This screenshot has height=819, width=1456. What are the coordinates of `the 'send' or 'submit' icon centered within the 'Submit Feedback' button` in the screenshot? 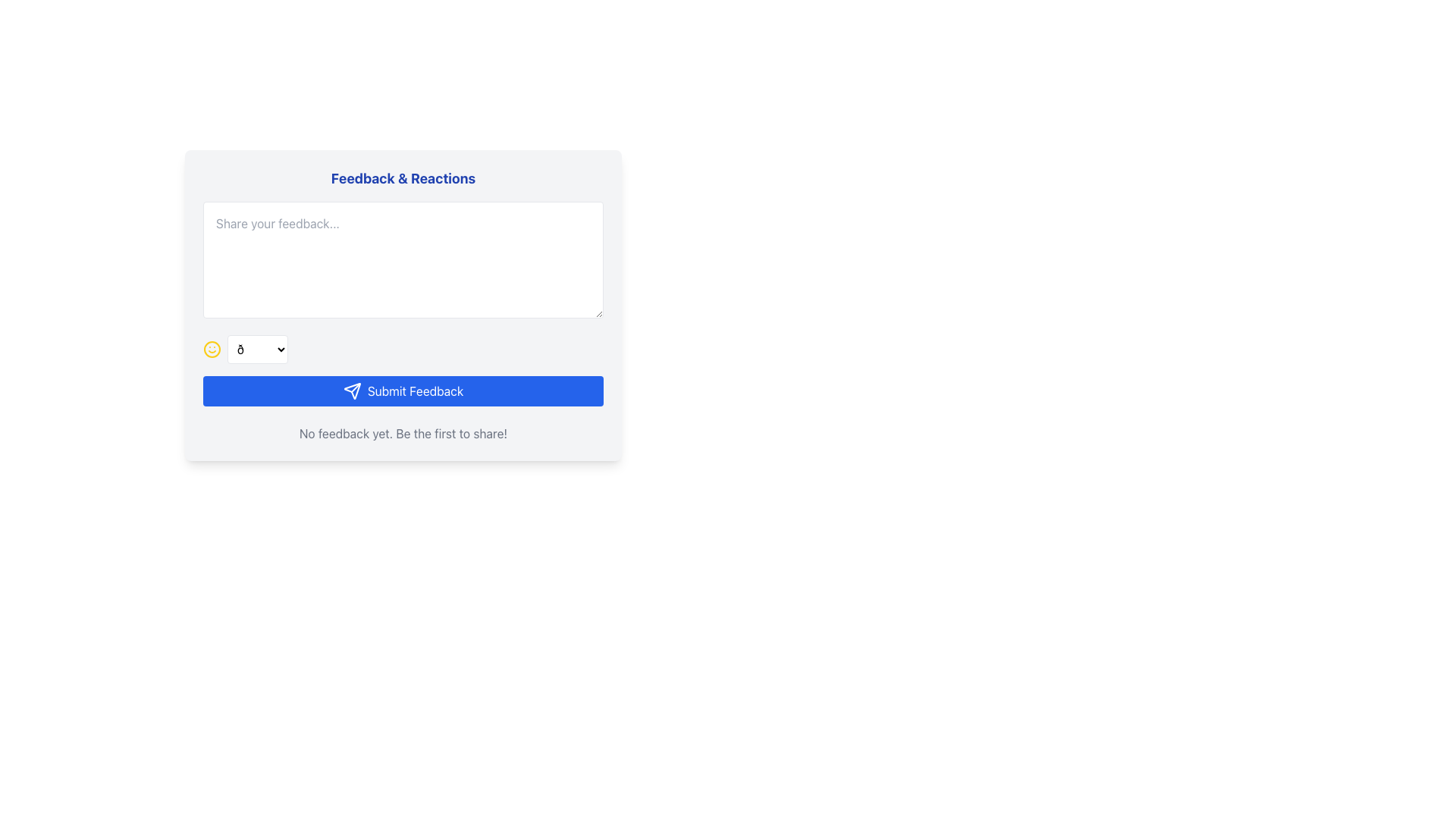 It's located at (351, 391).